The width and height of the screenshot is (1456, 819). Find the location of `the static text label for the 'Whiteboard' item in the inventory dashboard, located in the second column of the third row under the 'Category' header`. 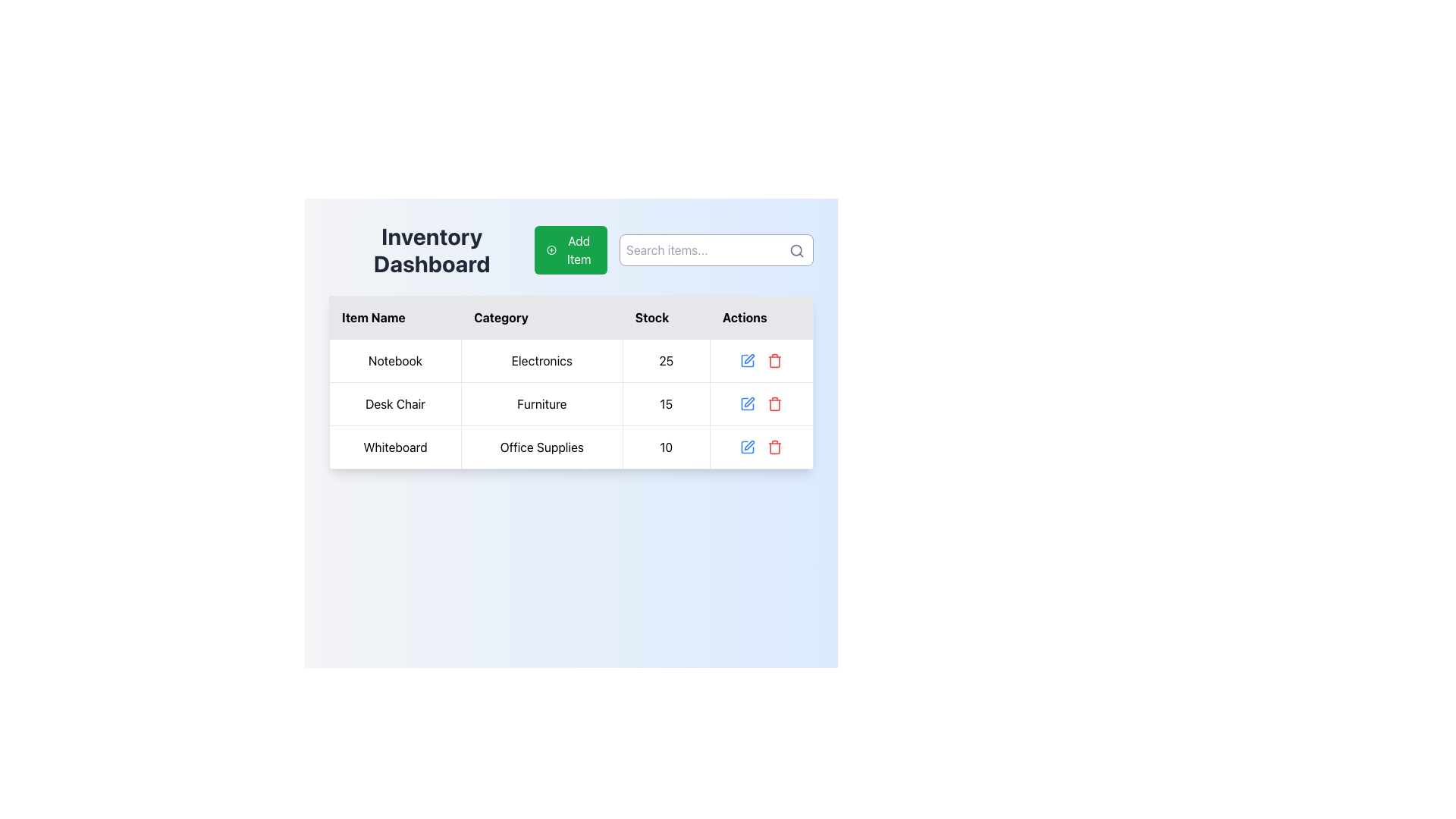

the static text label for the 'Whiteboard' item in the inventory dashboard, located in the second column of the third row under the 'Category' header is located at coordinates (541, 447).